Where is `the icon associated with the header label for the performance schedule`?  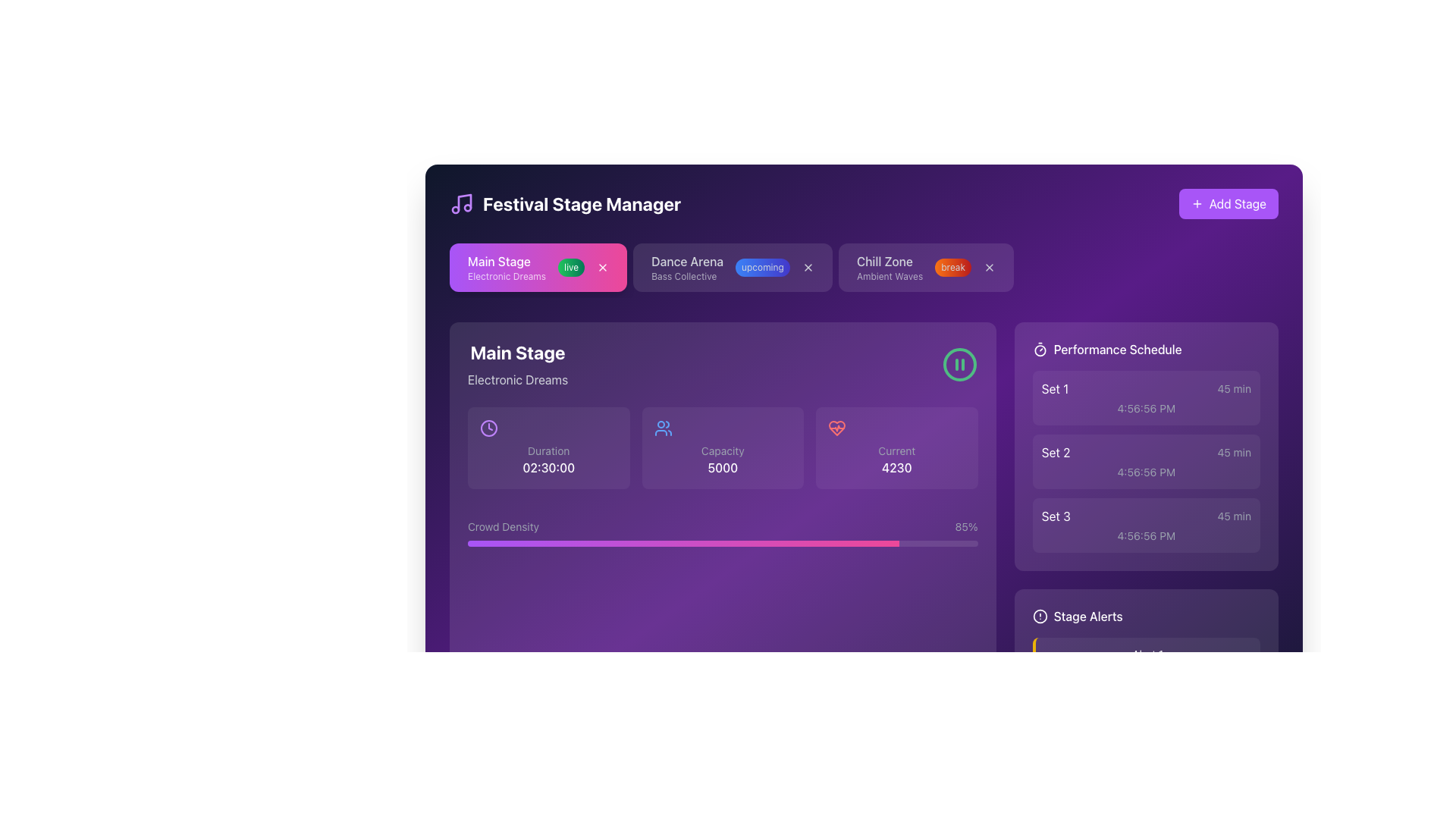
the icon associated with the header label for the performance schedule is located at coordinates (1146, 350).